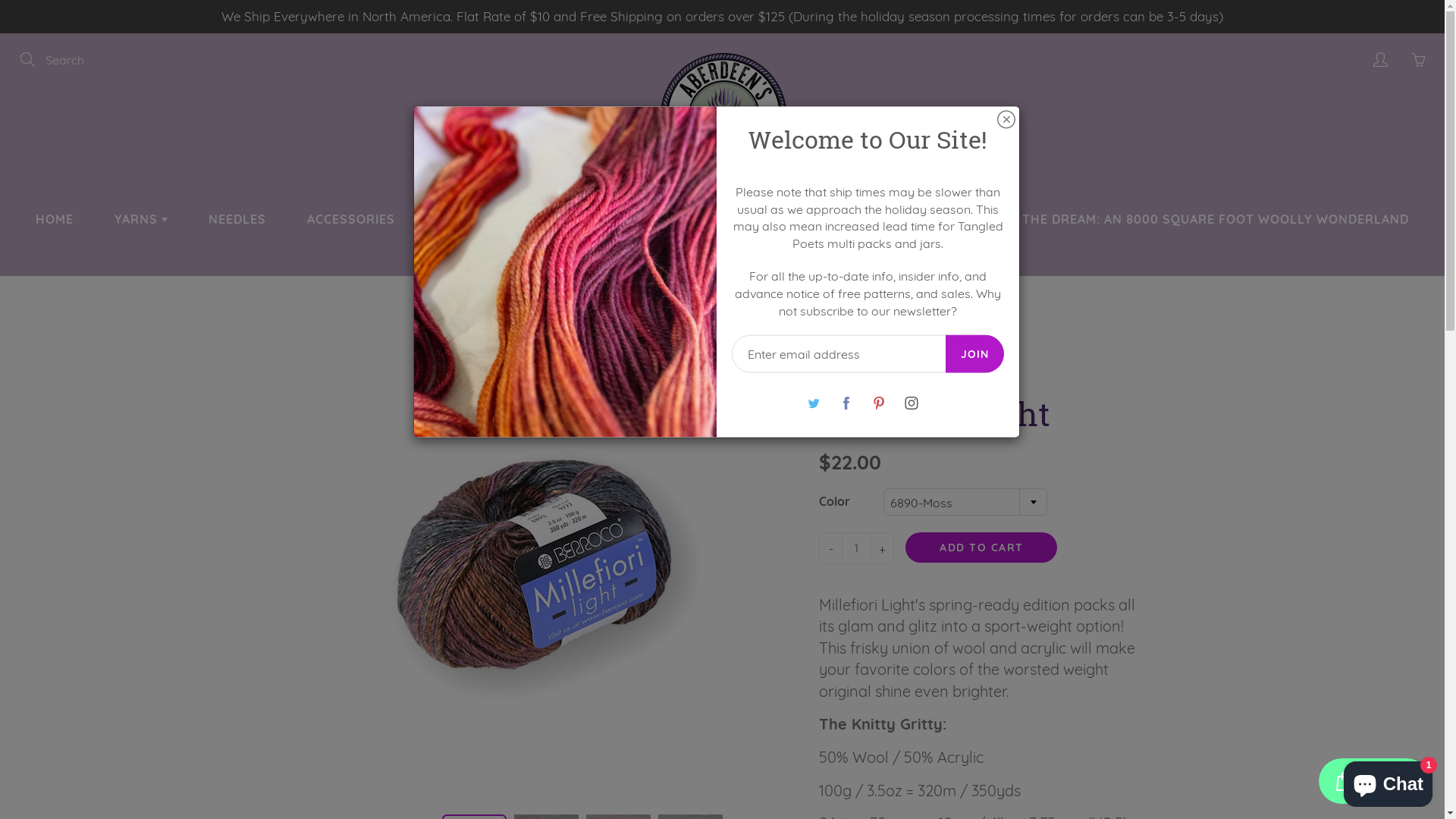 The width and height of the screenshot is (1456, 819). What do you see at coordinates (736, 219) in the screenshot?
I see `'NEWS'` at bounding box center [736, 219].